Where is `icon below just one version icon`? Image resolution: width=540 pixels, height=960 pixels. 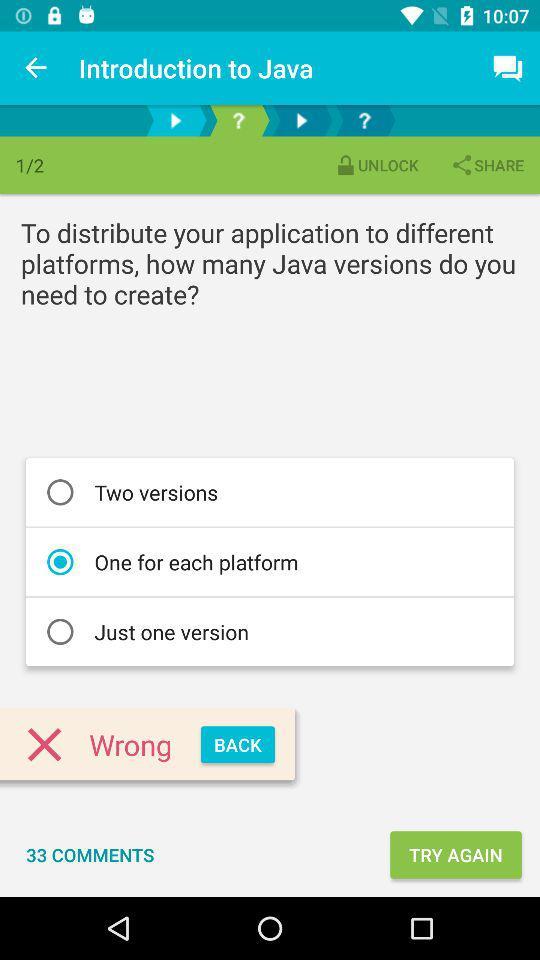 icon below just one version icon is located at coordinates (237, 743).